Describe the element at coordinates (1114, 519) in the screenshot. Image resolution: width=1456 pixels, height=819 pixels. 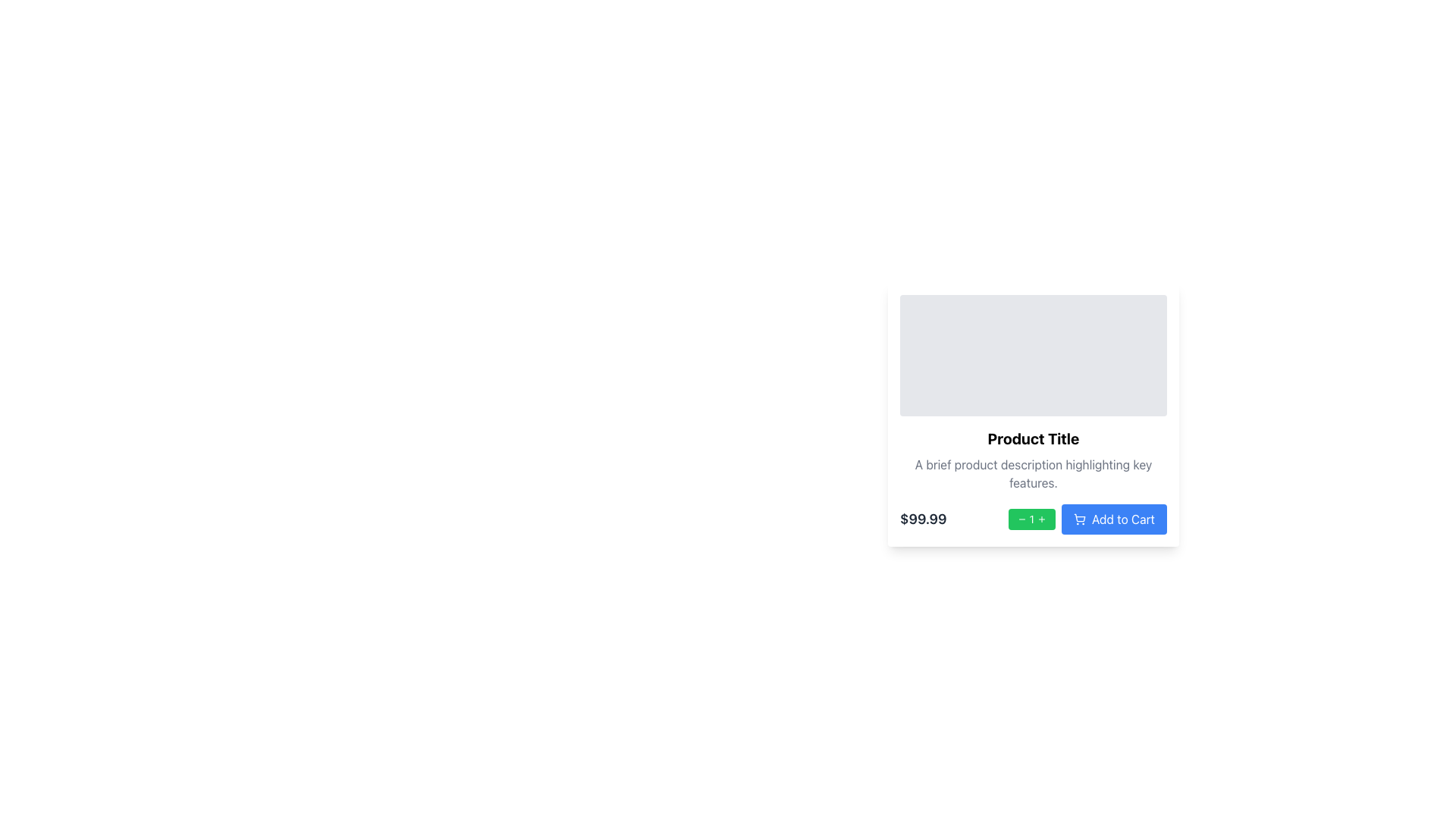
I see `the blue rectangular 'Add to Cart' button with a shopping cart icon` at that location.